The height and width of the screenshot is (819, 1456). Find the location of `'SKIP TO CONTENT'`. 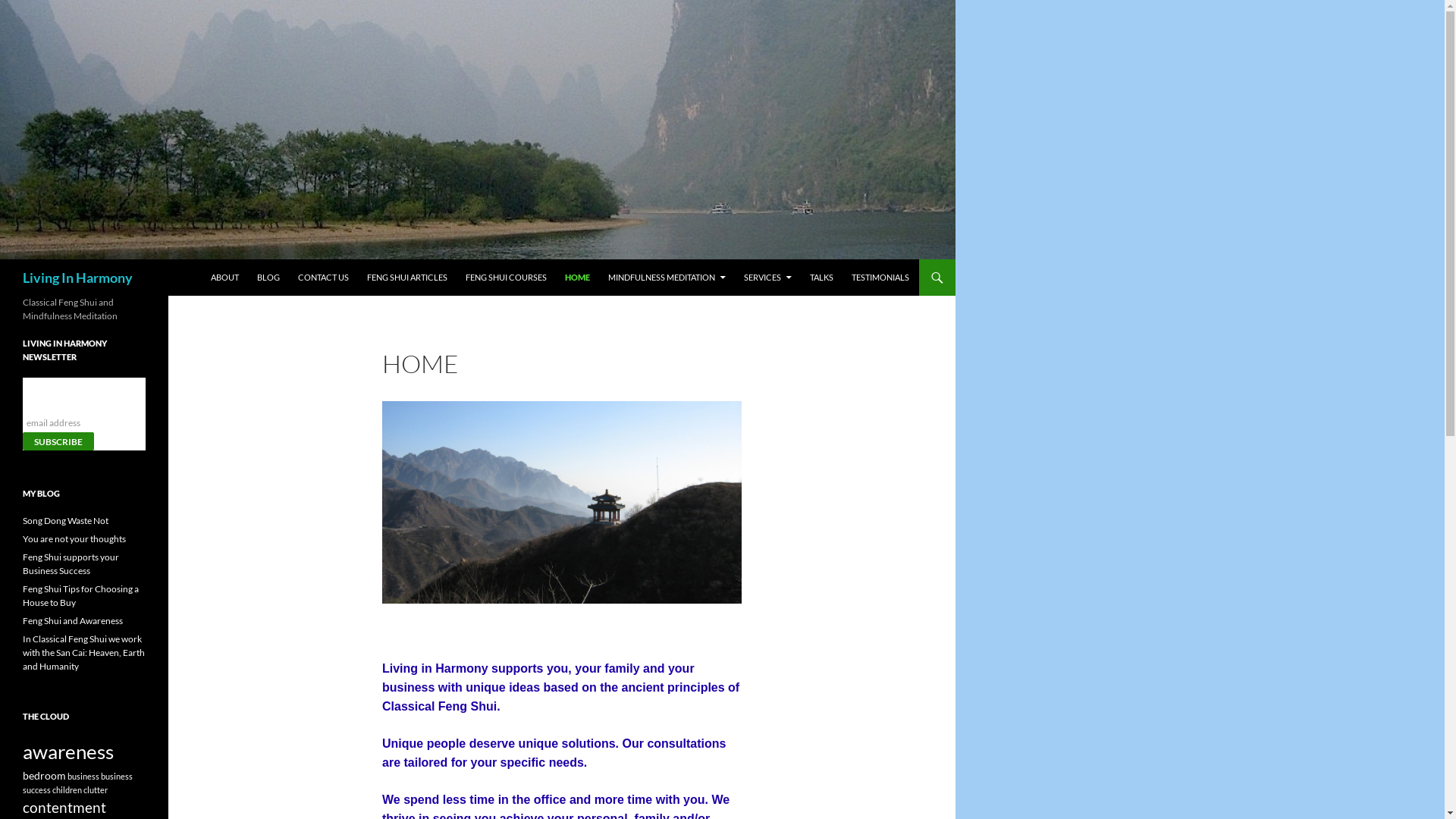

'SKIP TO CONTENT' is located at coordinates (246, 265).